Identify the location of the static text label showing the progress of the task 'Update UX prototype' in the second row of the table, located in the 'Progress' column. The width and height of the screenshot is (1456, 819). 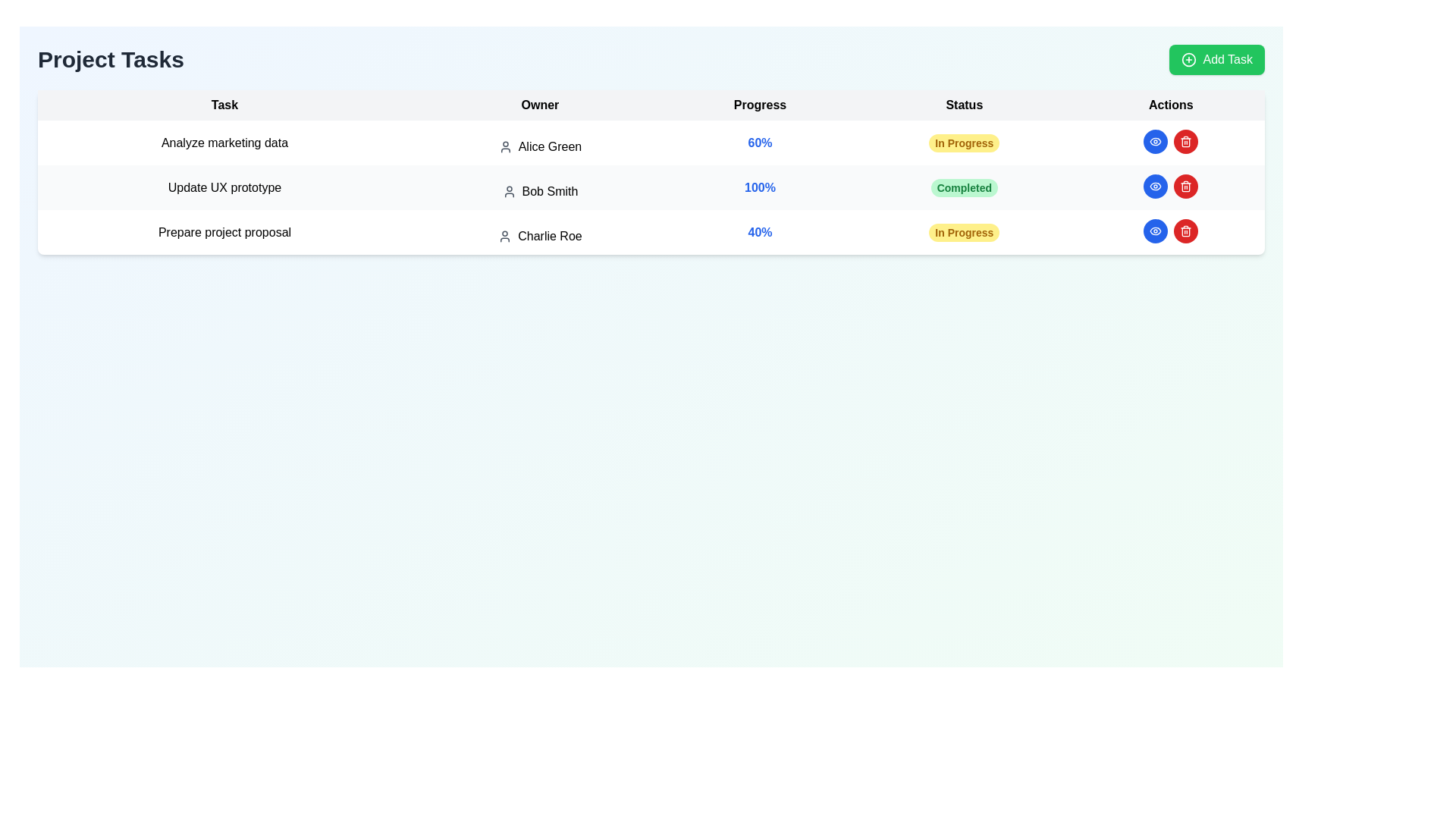
(760, 187).